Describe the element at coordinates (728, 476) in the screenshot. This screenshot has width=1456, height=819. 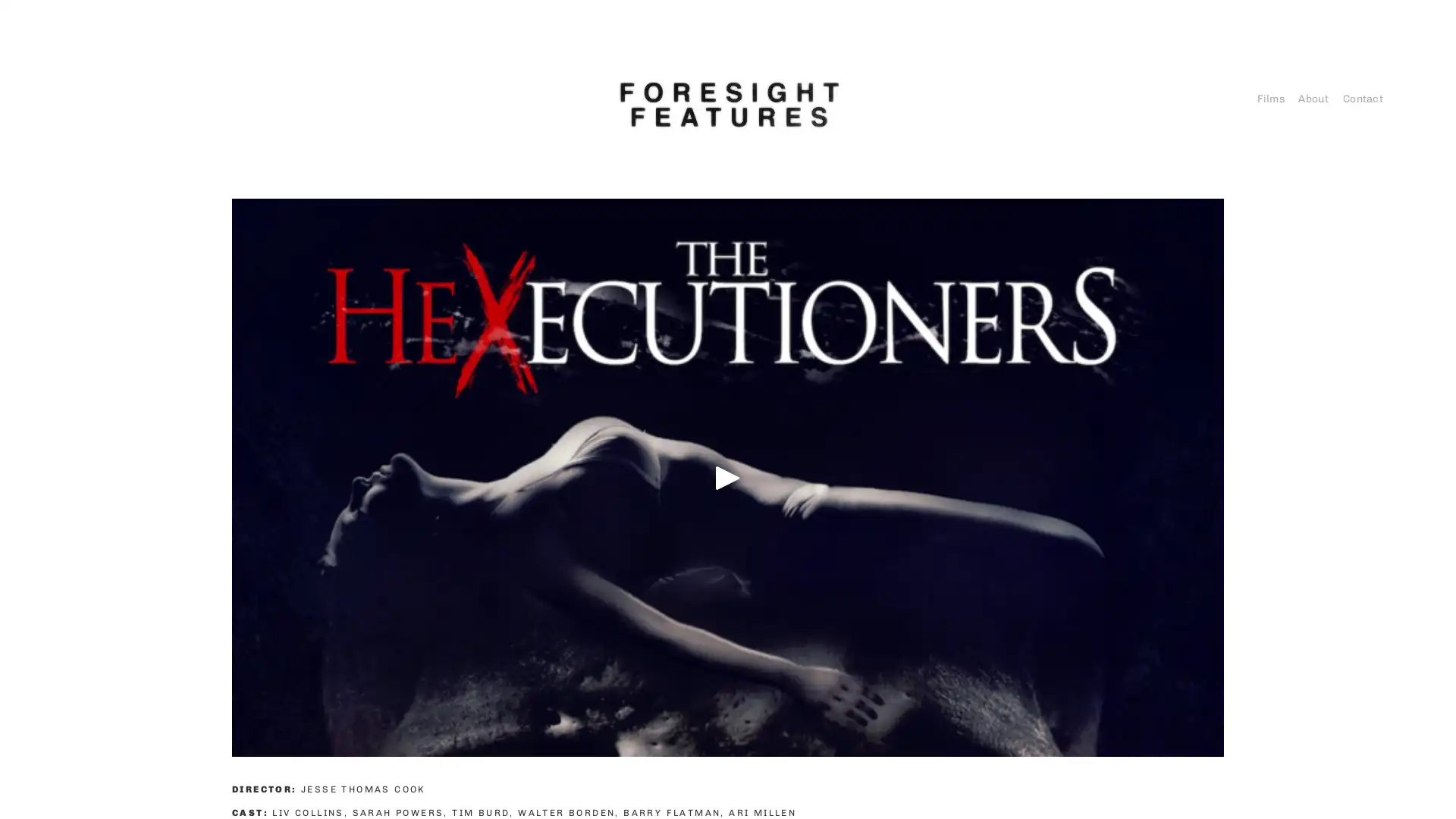
I see `Play` at that location.